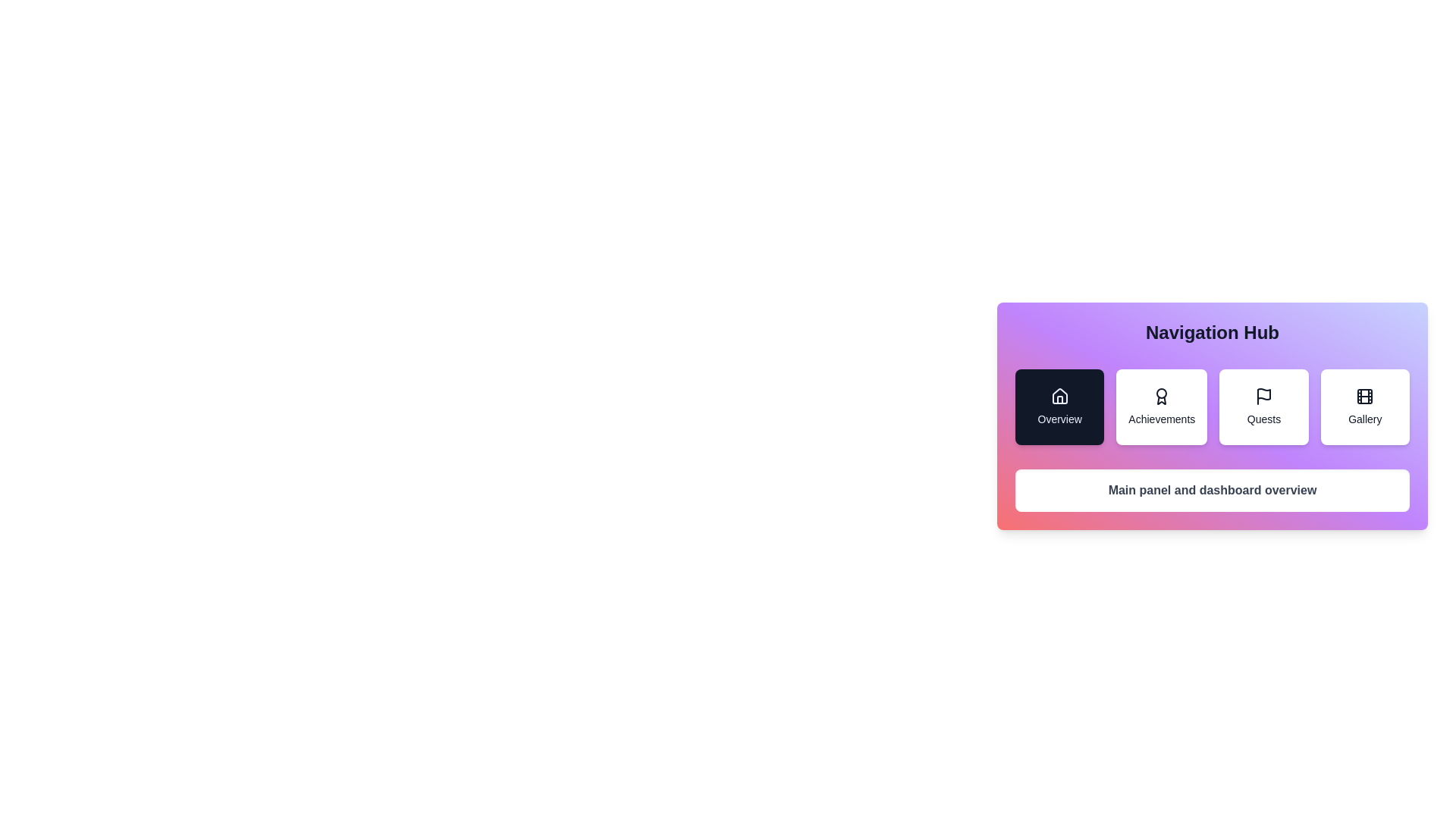  What do you see at coordinates (1365, 396) in the screenshot?
I see `the 'Gallery' button, which is the fourth button in a row of navigation buttons at the top-right corner of the panel` at bounding box center [1365, 396].